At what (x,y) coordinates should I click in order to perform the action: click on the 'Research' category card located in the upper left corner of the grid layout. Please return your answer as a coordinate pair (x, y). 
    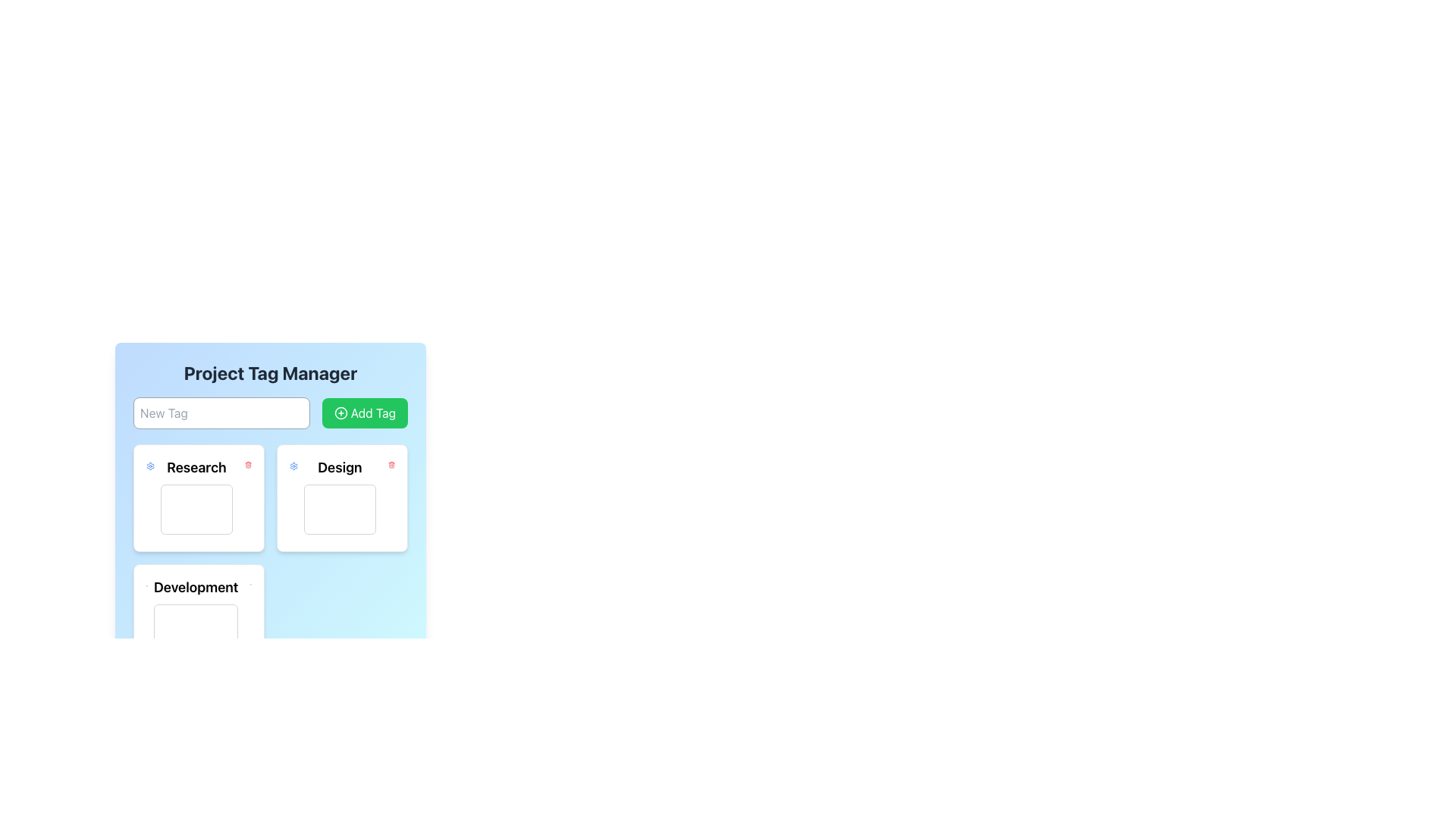
    Looking at the image, I should click on (198, 497).